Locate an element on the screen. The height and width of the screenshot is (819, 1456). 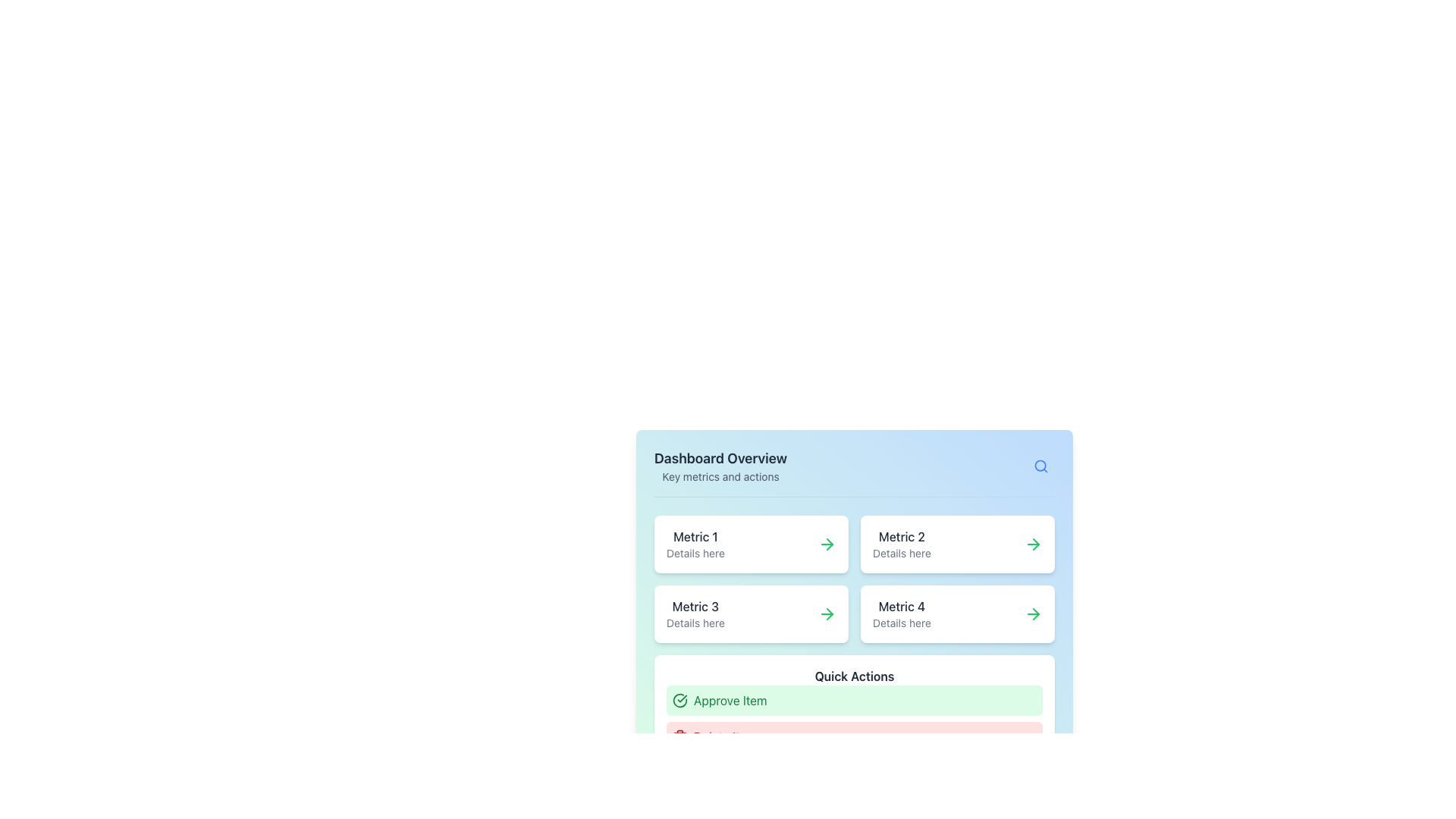
the rightward arrow icon located in the 'Metric 3' section of the dashboard is located at coordinates (829, 614).